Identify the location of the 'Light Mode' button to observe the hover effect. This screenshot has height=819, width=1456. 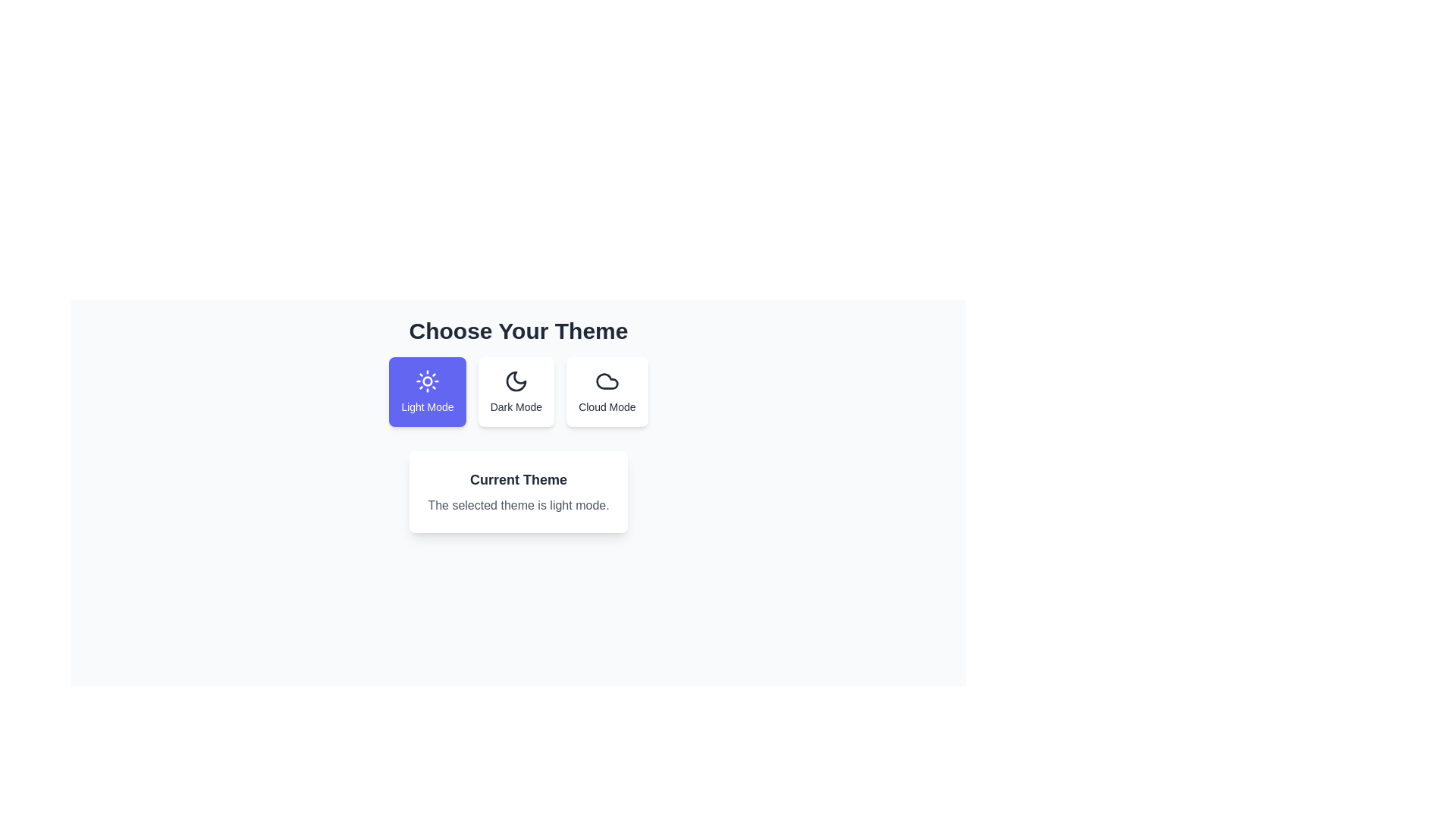
(427, 391).